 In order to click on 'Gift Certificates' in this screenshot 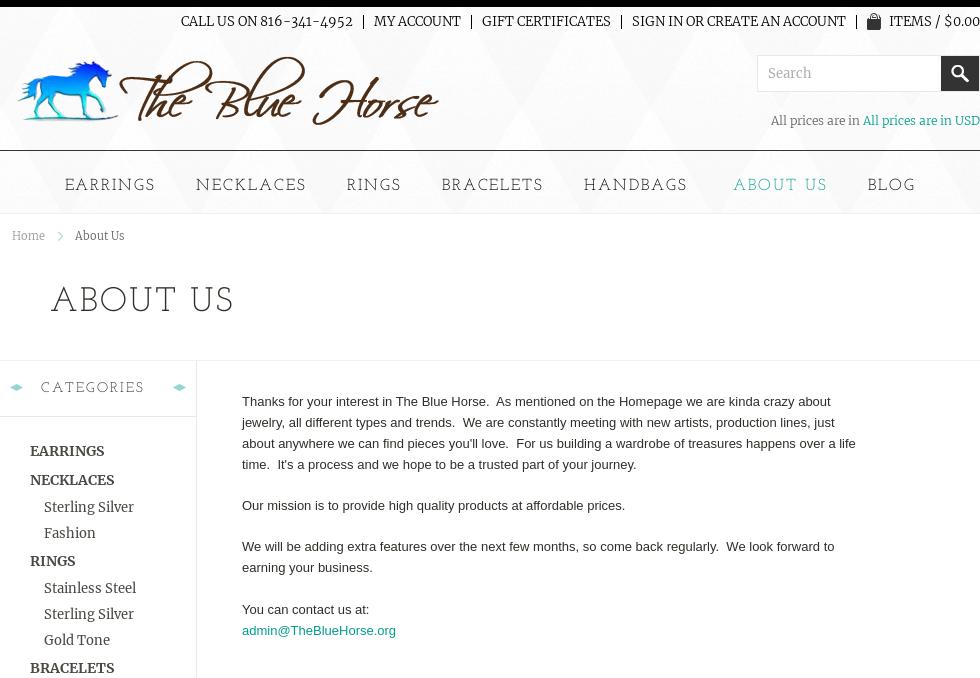, I will do `click(546, 20)`.